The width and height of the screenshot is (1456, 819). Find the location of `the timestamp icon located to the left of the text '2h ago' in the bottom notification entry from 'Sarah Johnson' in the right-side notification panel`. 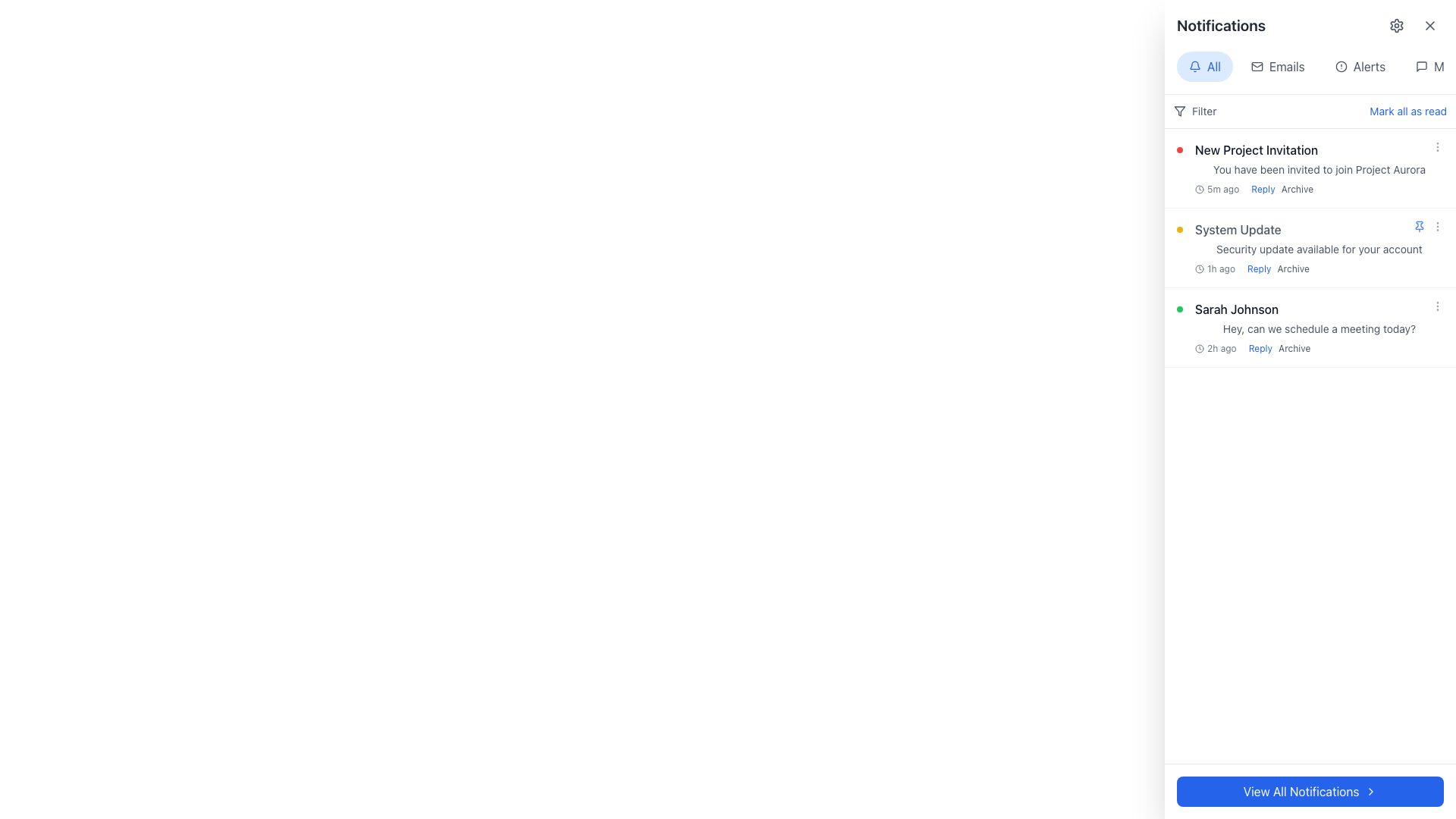

the timestamp icon located to the left of the text '2h ago' in the bottom notification entry from 'Sarah Johnson' in the right-side notification panel is located at coordinates (1199, 348).